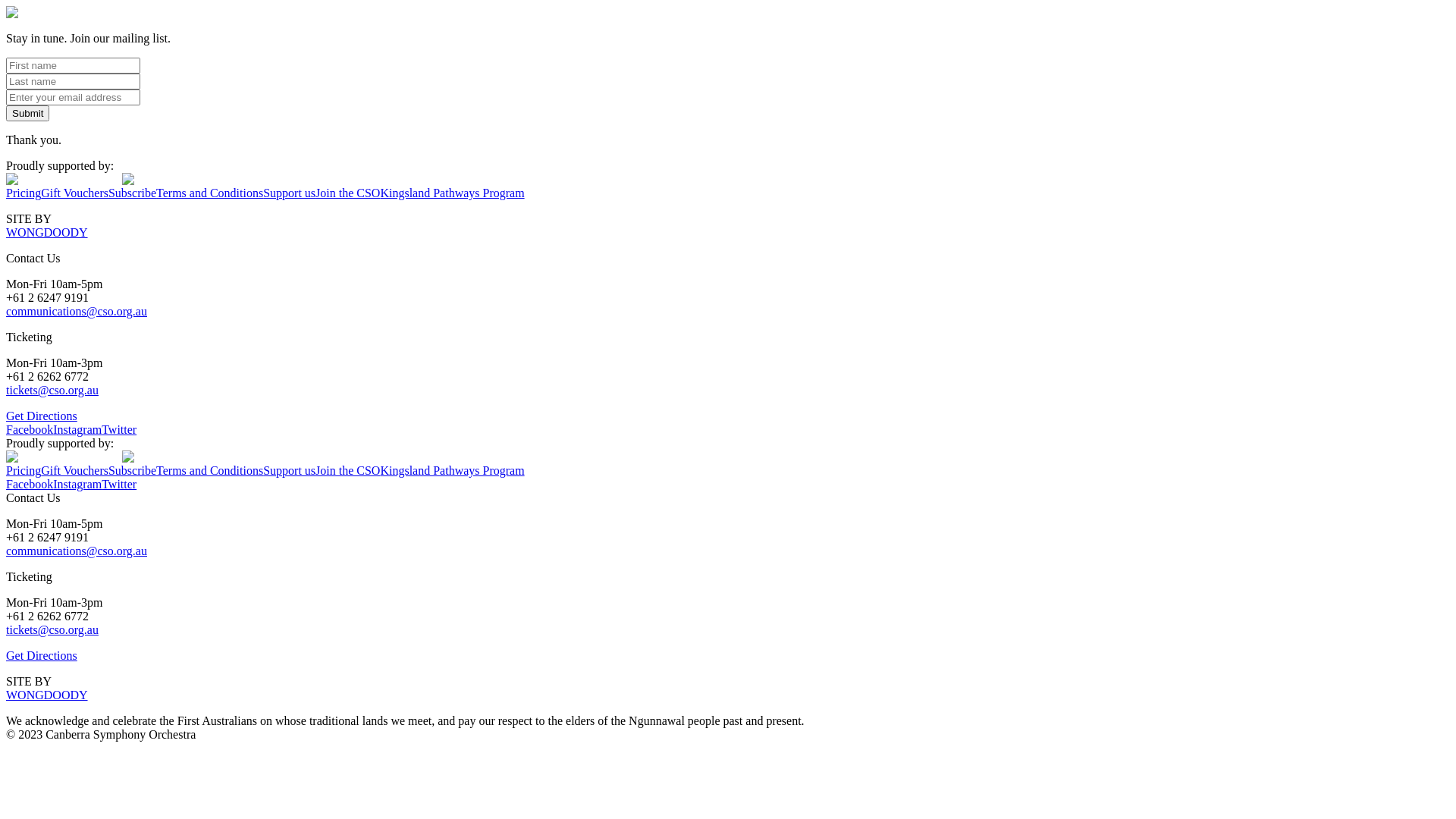 This screenshot has height=819, width=1456. What do you see at coordinates (23, 192) in the screenshot?
I see `'Pricing'` at bounding box center [23, 192].